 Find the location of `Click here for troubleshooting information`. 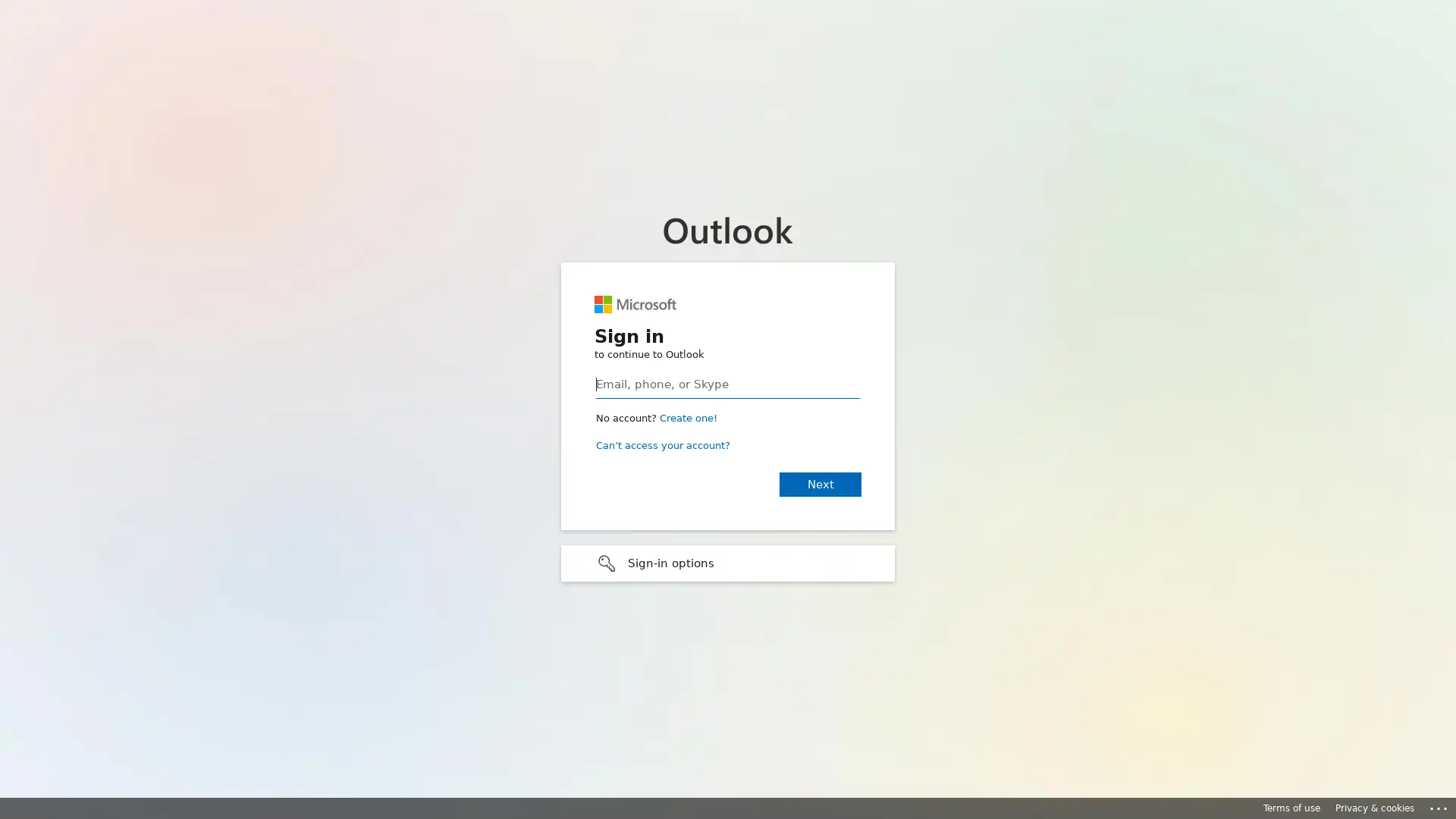

Click here for troubleshooting information is located at coordinates (1439, 805).